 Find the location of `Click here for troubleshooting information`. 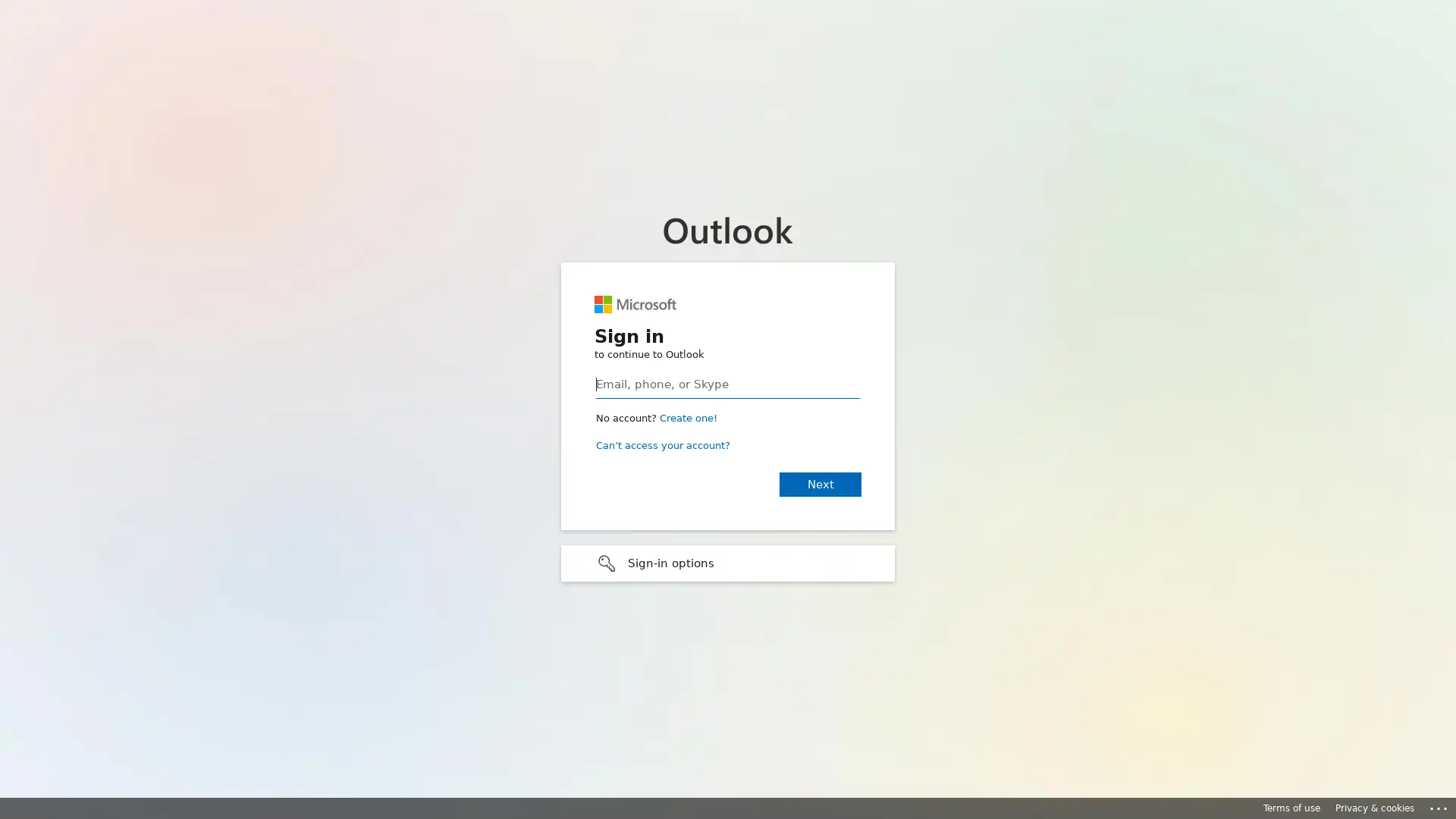

Click here for troubleshooting information is located at coordinates (1439, 805).